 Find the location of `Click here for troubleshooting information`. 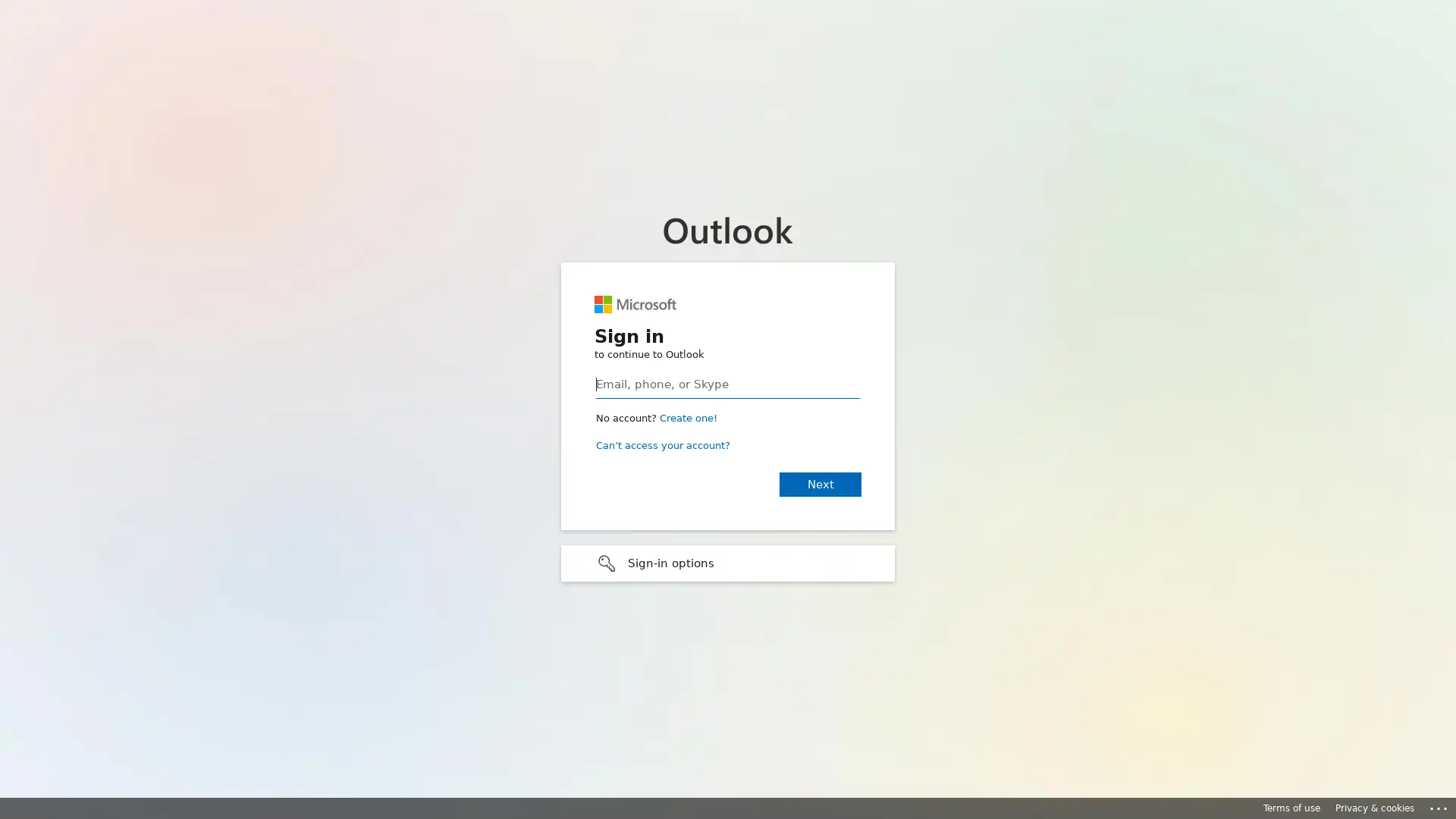

Click here for troubleshooting information is located at coordinates (1439, 805).